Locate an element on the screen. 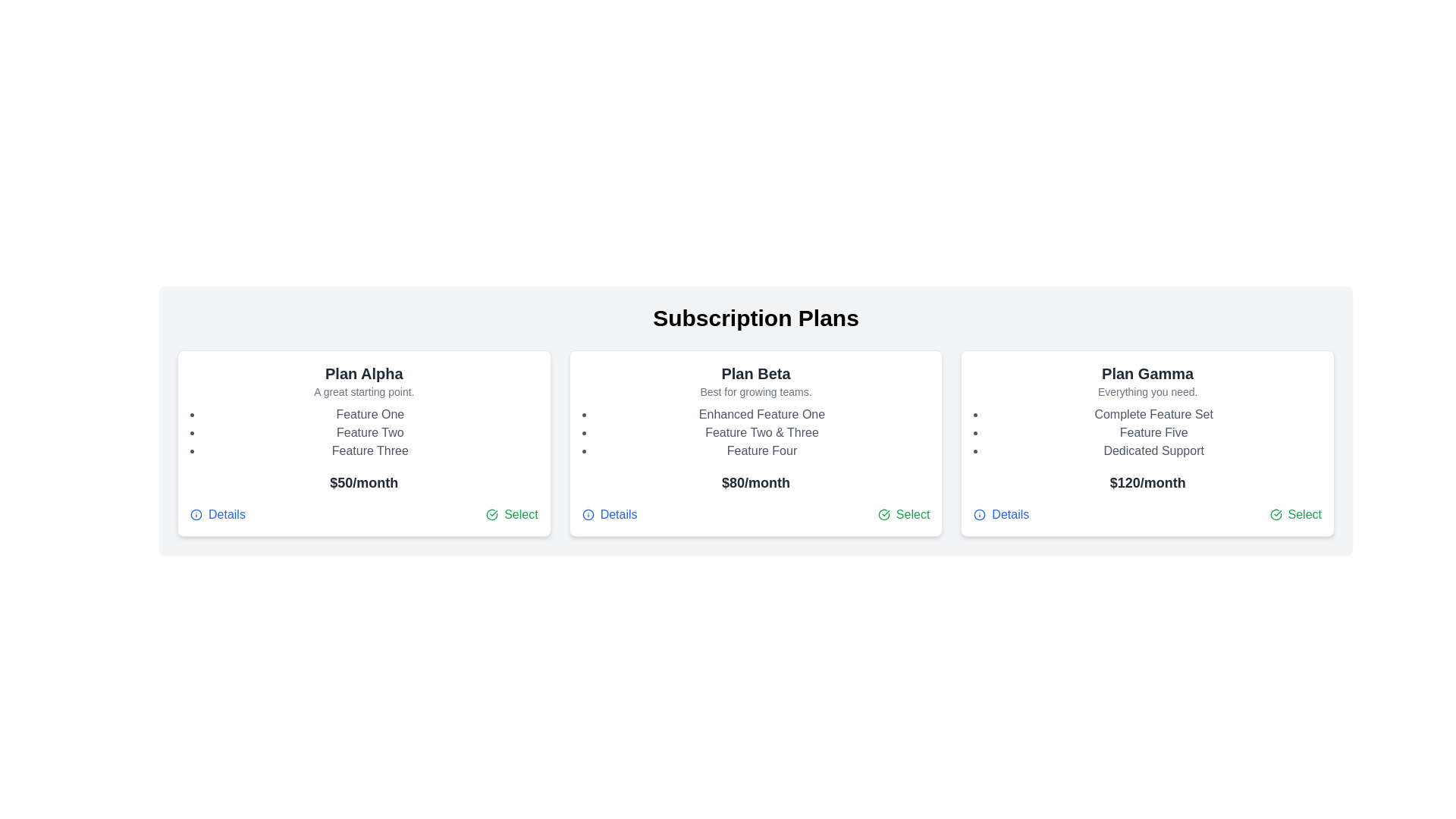 The height and width of the screenshot is (819, 1456). the visual indication icon next to the 'Select' option for the 'Plan Gamma' plan, which is the third plan from the left is located at coordinates (1275, 513).